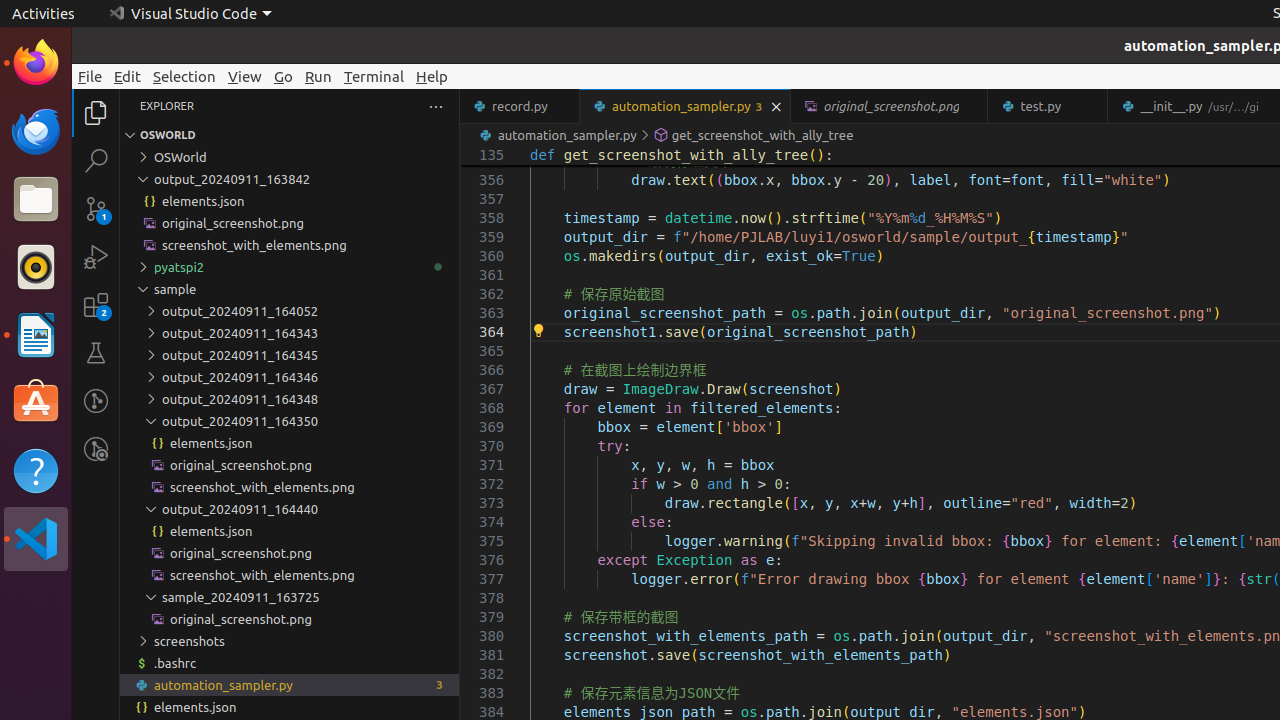 This screenshot has width=1280, height=720. What do you see at coordinates (317, 75) in the screenshot?
I see `'Run'` at bounding box center [317, 75].